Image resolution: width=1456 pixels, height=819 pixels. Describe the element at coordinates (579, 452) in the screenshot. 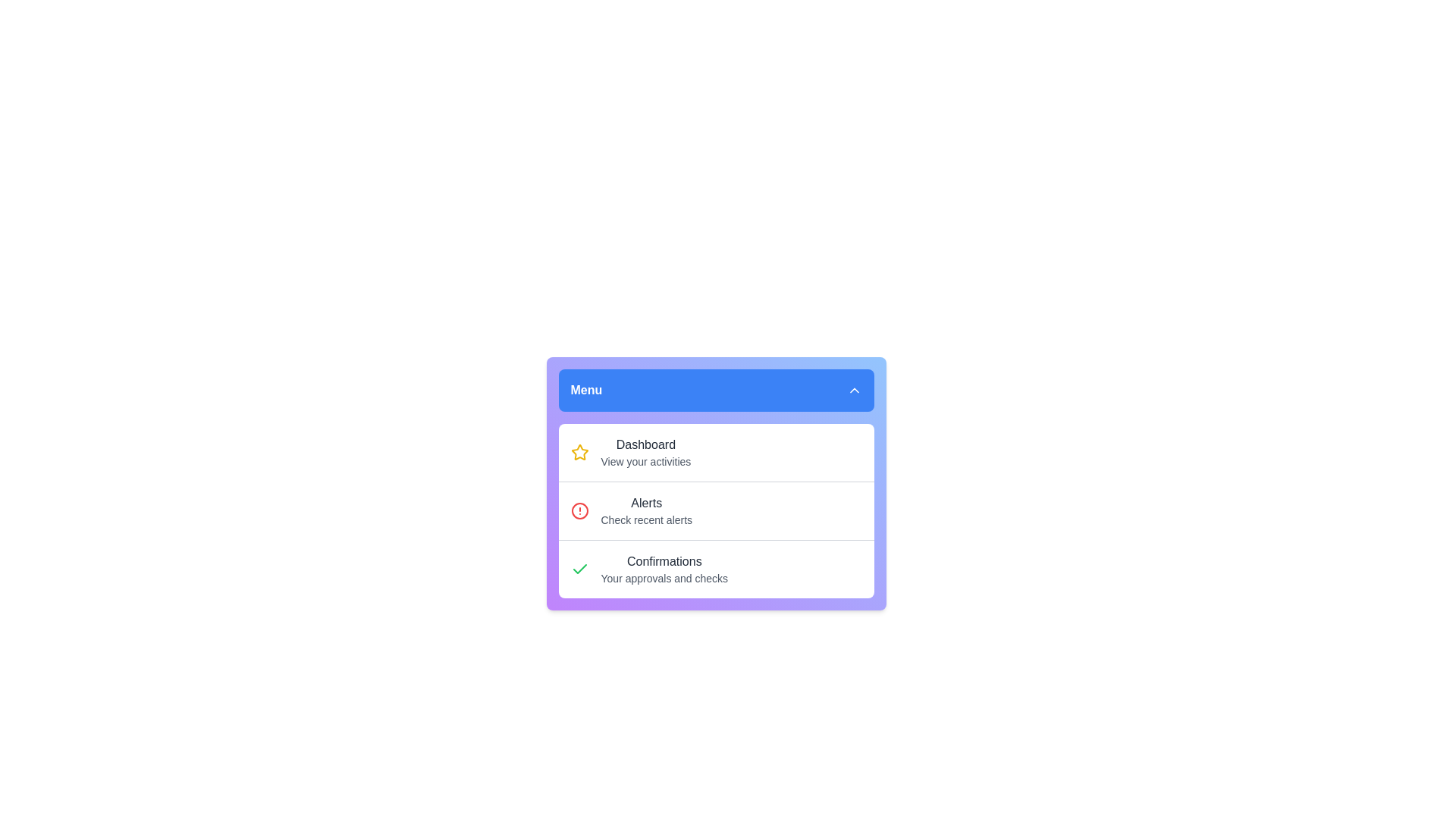

I see `the star icon located in the top-left corner of the 'Dashboard' menu row to acknowledge its significance` at that location.